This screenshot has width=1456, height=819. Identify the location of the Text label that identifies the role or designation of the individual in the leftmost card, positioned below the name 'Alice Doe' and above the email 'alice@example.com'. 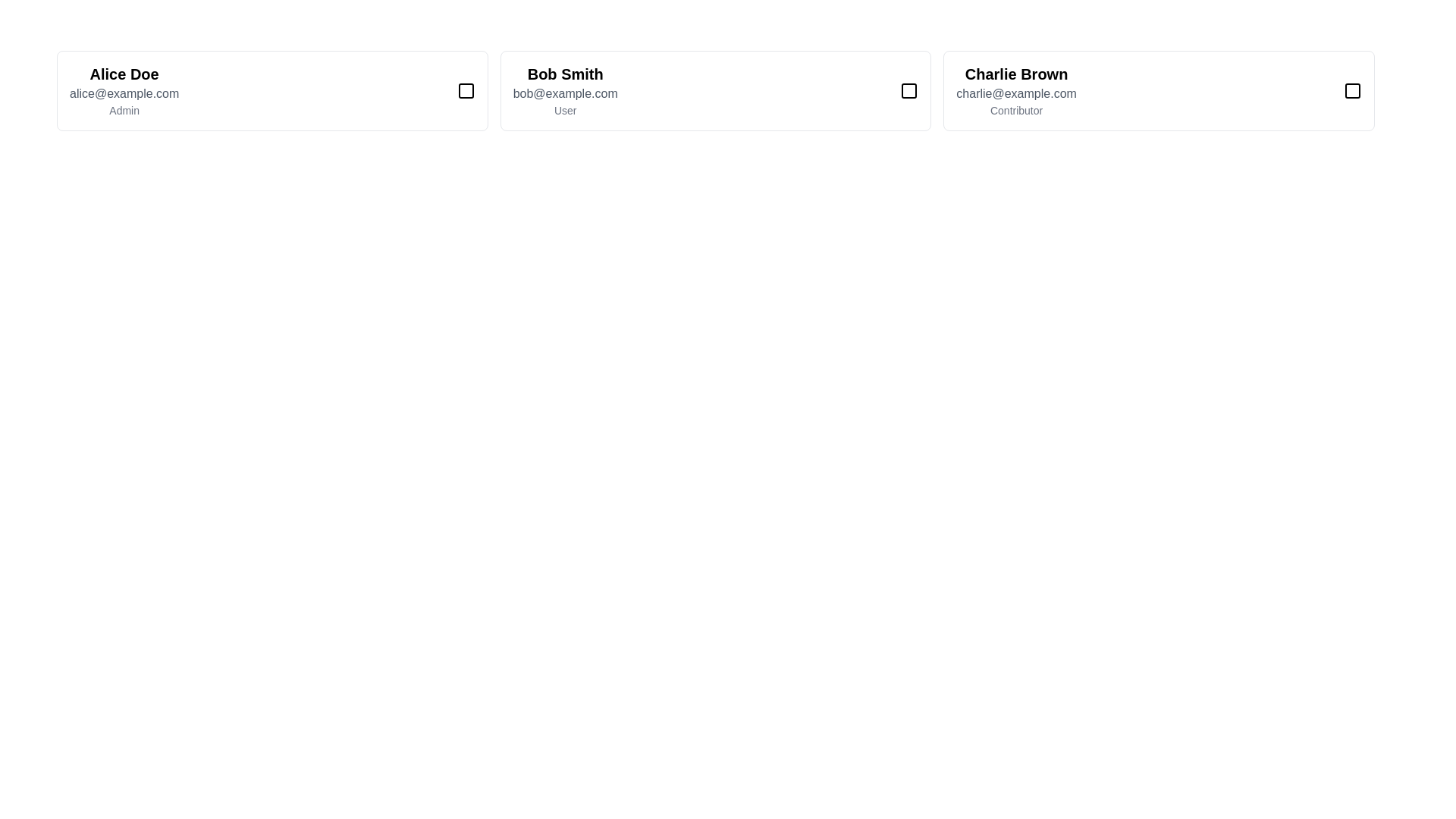
(124, 110).